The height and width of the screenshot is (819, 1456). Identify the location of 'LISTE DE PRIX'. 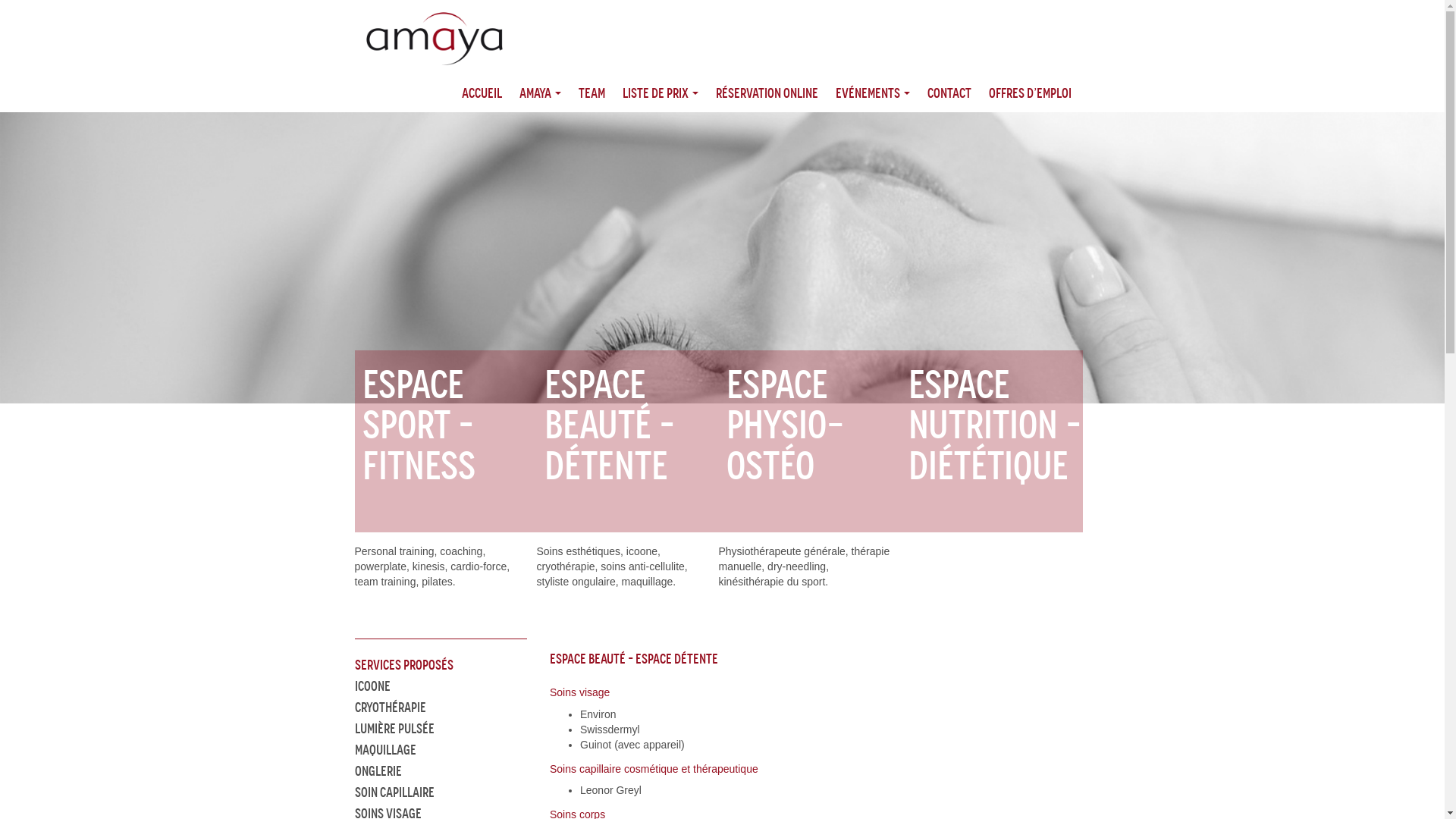
(659, 93).